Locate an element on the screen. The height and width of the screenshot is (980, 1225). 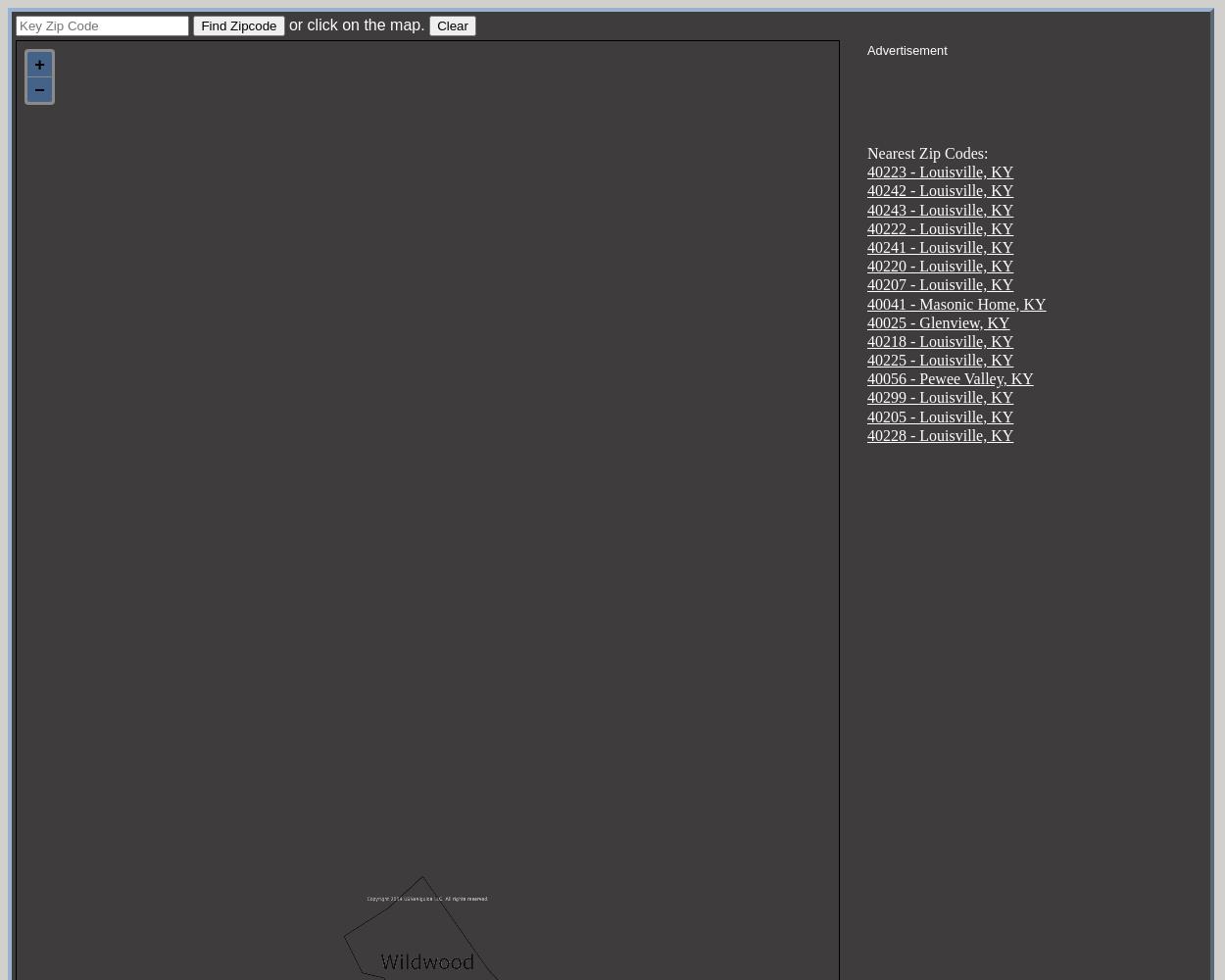
'40205 - Louisville, KY' is located at coordinates (939, 416).